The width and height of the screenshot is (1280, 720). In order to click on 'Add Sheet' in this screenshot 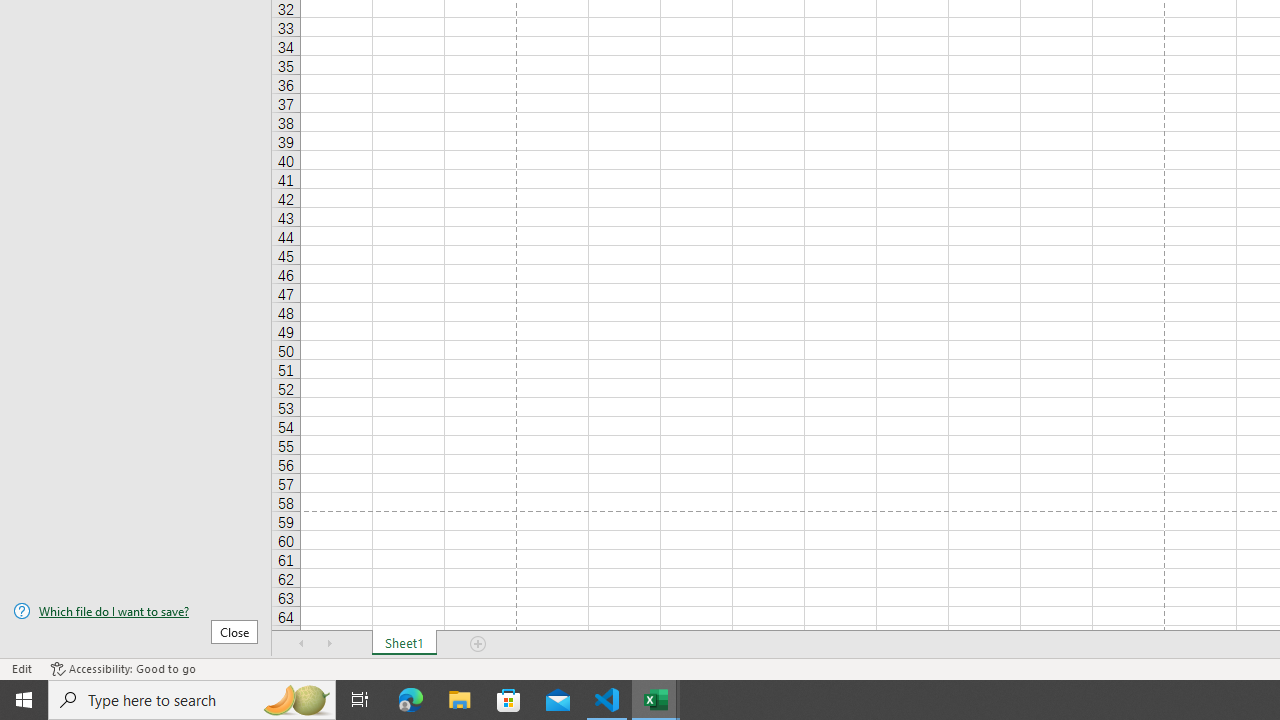, I will do `click(477, 644)`.